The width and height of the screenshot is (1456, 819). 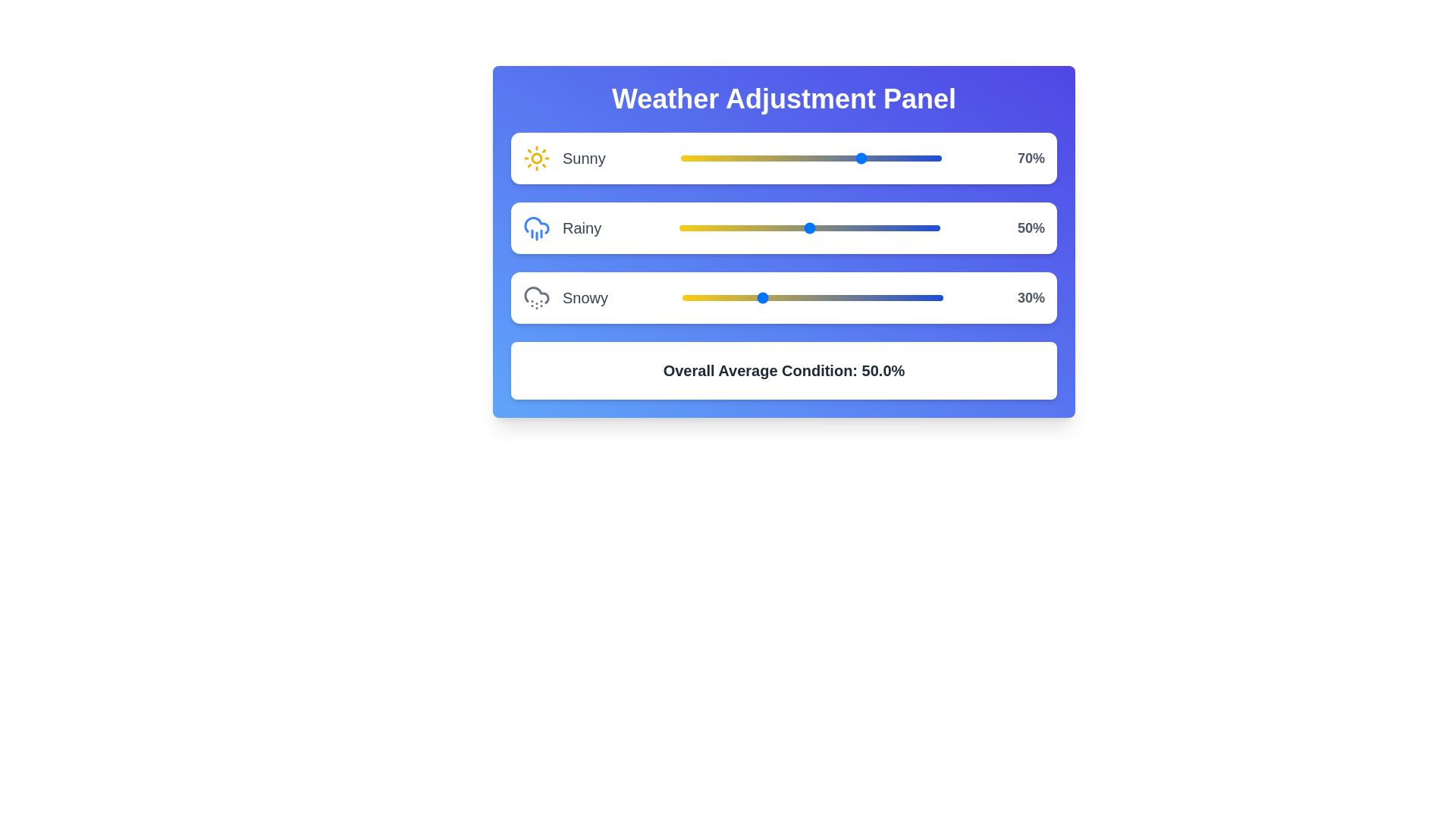 What do you see at coordinates (895, 227) in the screenshot?
I see `the 'Rainy' slider` at bounding box center [895, 227].